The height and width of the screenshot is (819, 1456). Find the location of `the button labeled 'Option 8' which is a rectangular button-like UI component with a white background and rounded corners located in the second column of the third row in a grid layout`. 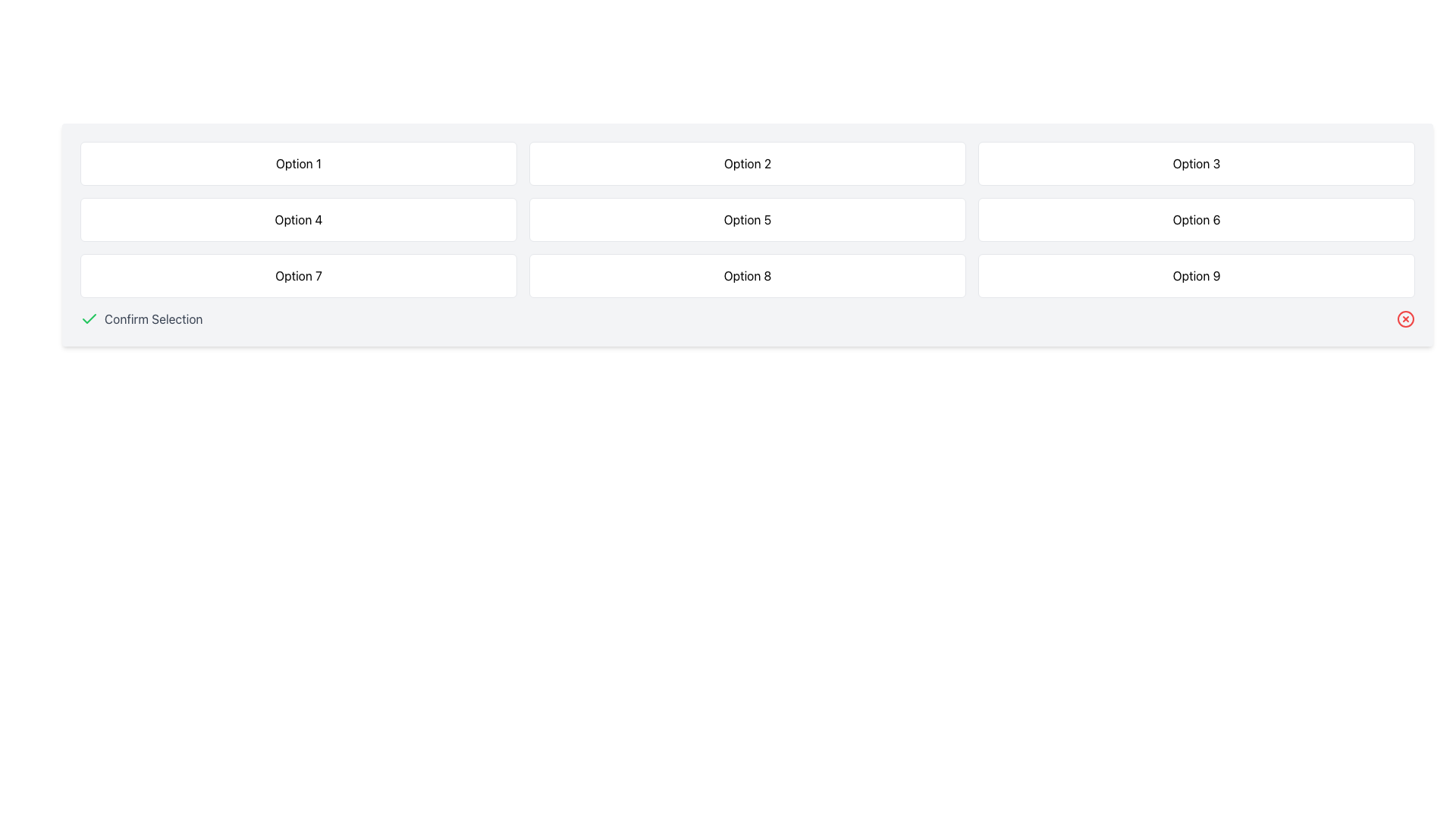

the button labeled 'Option 8' which is a rectangular button-like UI component with a white background and rounded corners located in the second column of the third row in a grid layout is located at coordinates (747, 275).